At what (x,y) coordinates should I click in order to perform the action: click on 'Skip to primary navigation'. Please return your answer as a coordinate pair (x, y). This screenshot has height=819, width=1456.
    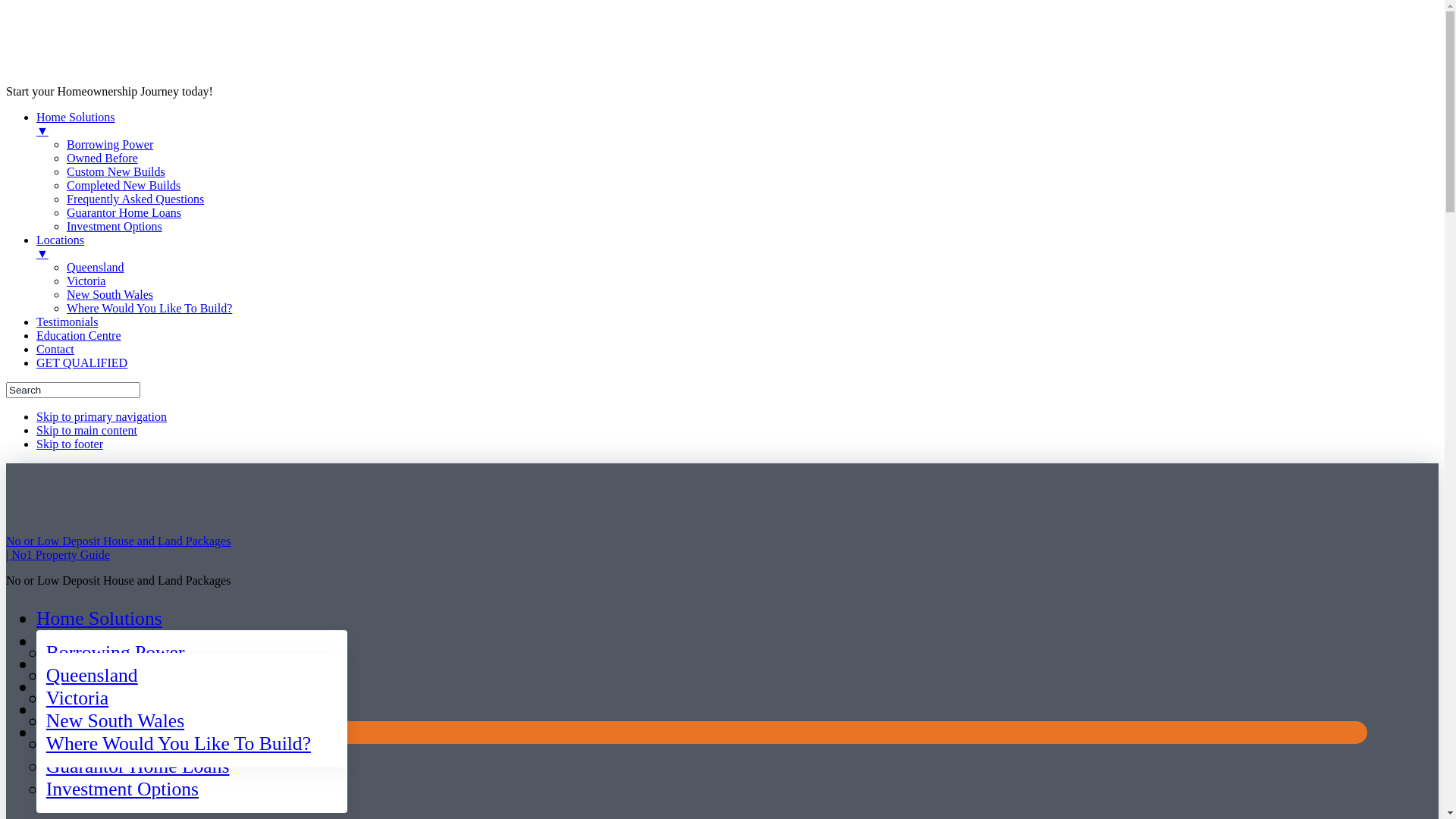
    Looking at the image, I should click on (101, 416).